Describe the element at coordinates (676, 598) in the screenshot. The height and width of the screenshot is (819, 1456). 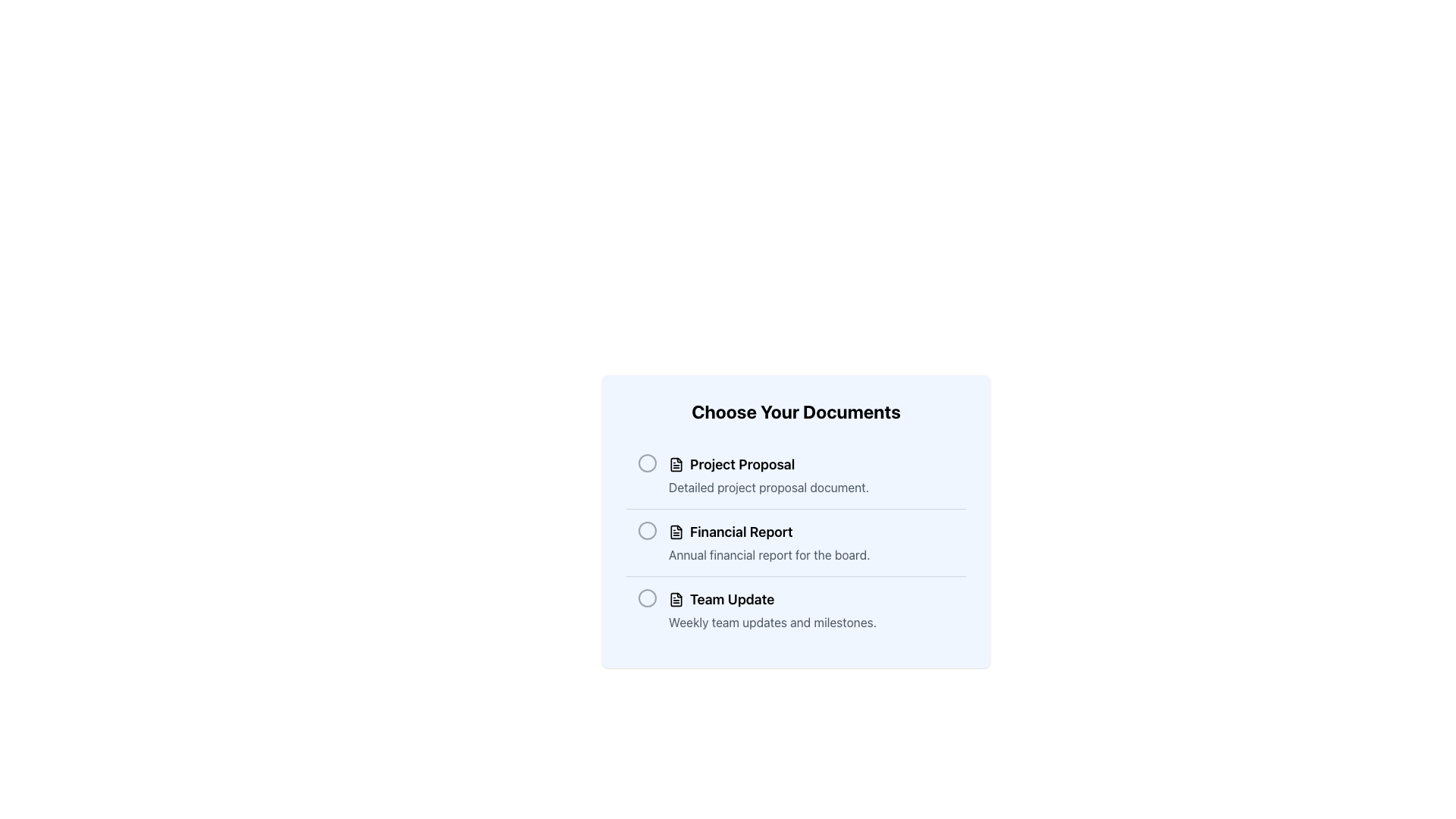
I see `the 'Team Update' icon, which visually represents the option as a document and is positioned to the left of the 'Team Update' text in the bottom row of the 'Choose Your Documents' list` at that location.